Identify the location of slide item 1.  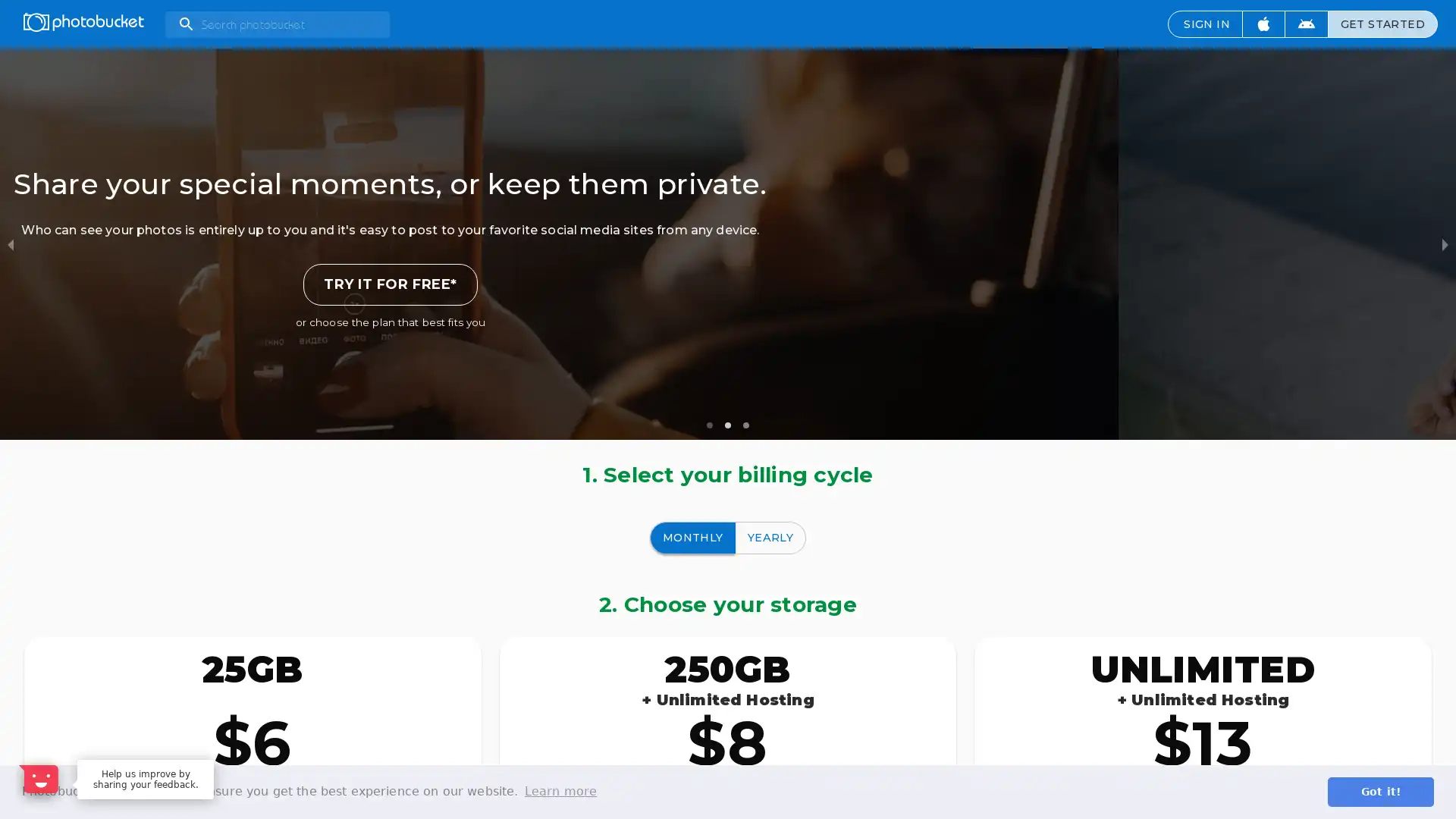
(709, 424).